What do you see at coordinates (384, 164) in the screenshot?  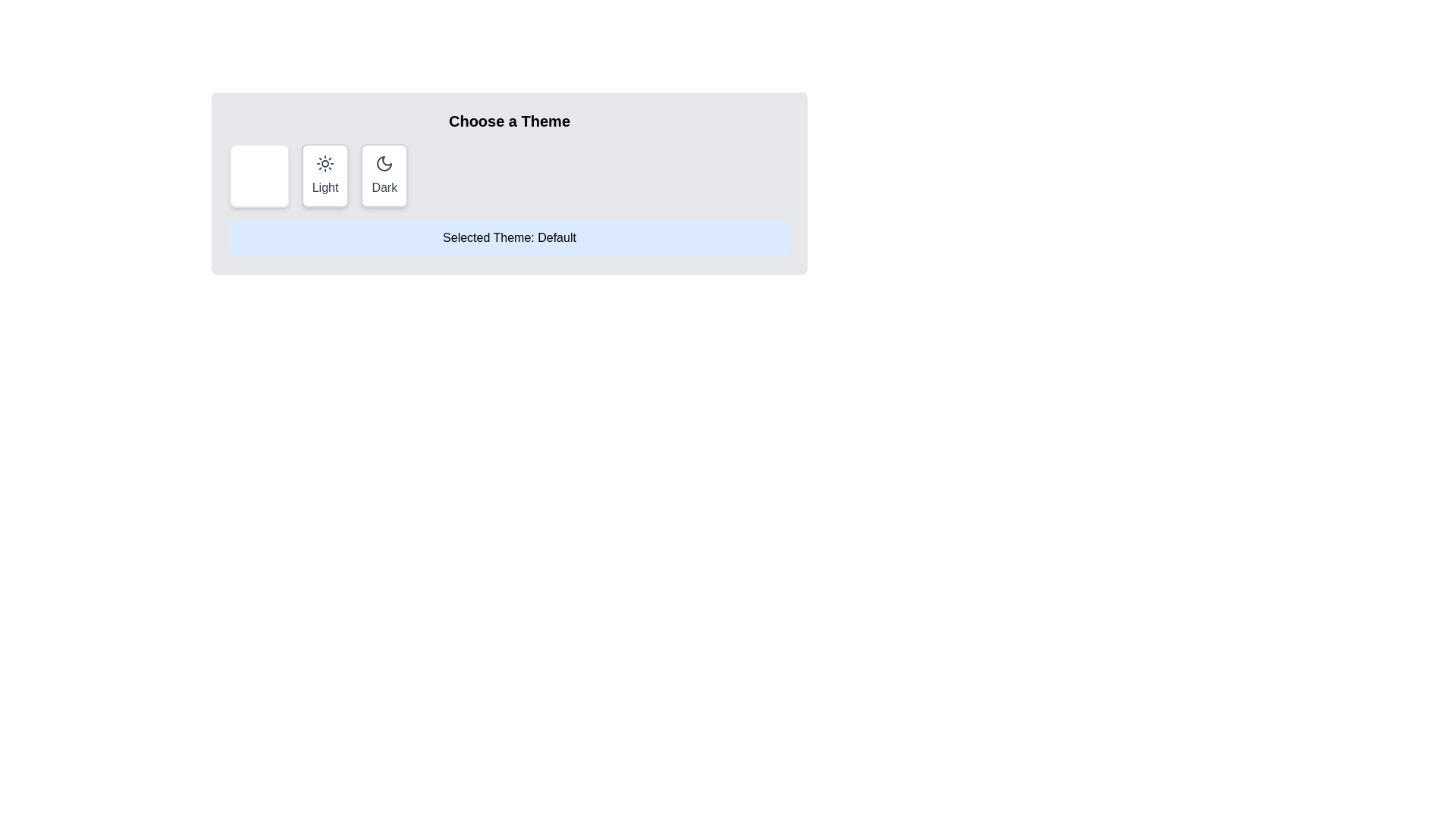 I see `the 'Dark' button that contains the dark-colored crescent moon icon positioned above the text 'Dark'` at bounding box center [384, 164].